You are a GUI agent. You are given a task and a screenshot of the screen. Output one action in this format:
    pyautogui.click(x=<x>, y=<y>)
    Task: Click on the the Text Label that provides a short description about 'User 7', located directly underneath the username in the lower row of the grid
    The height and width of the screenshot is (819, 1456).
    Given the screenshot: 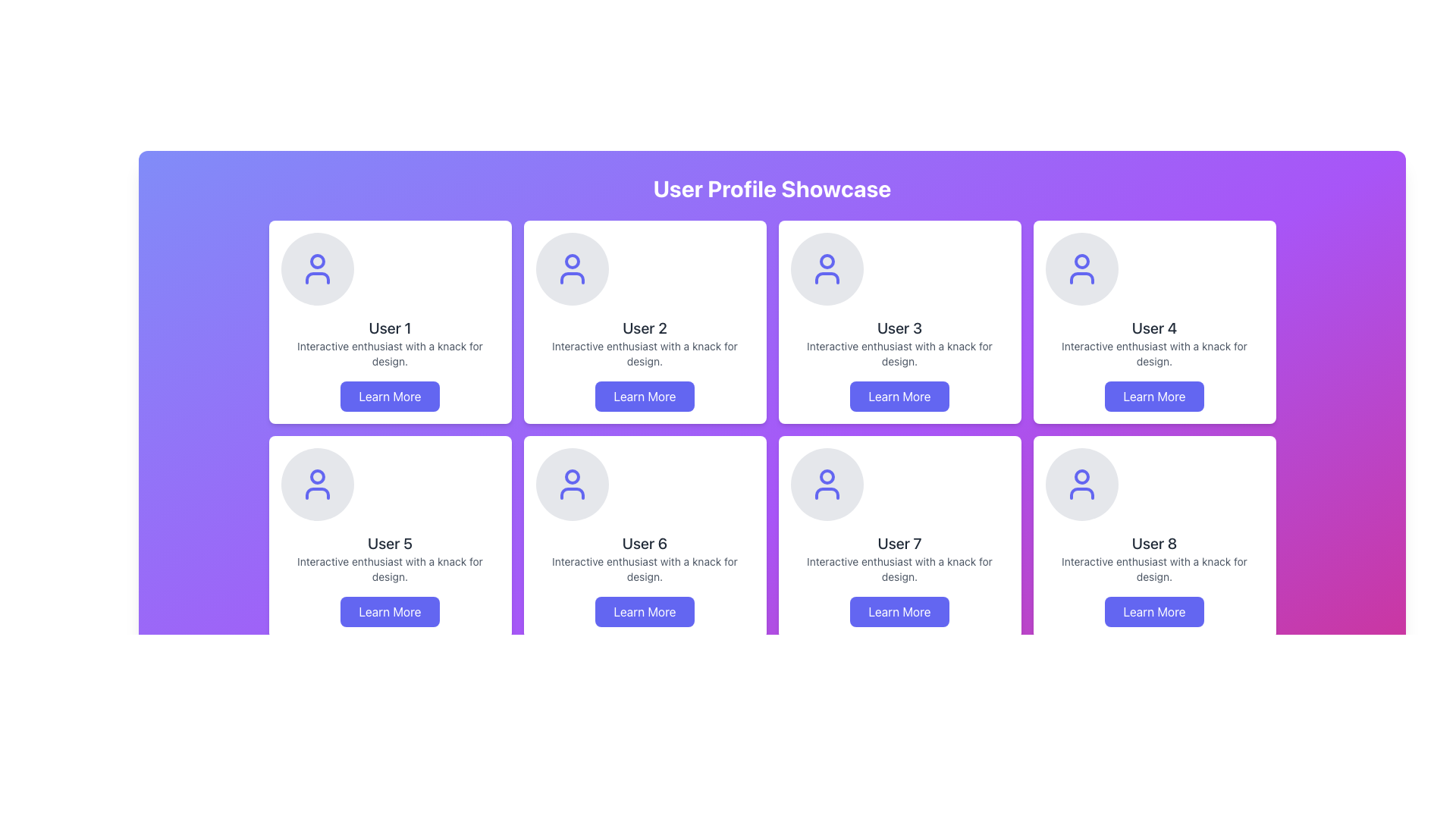 What is the action you would take?
    pyautogui.click(x=899, y=570)
    